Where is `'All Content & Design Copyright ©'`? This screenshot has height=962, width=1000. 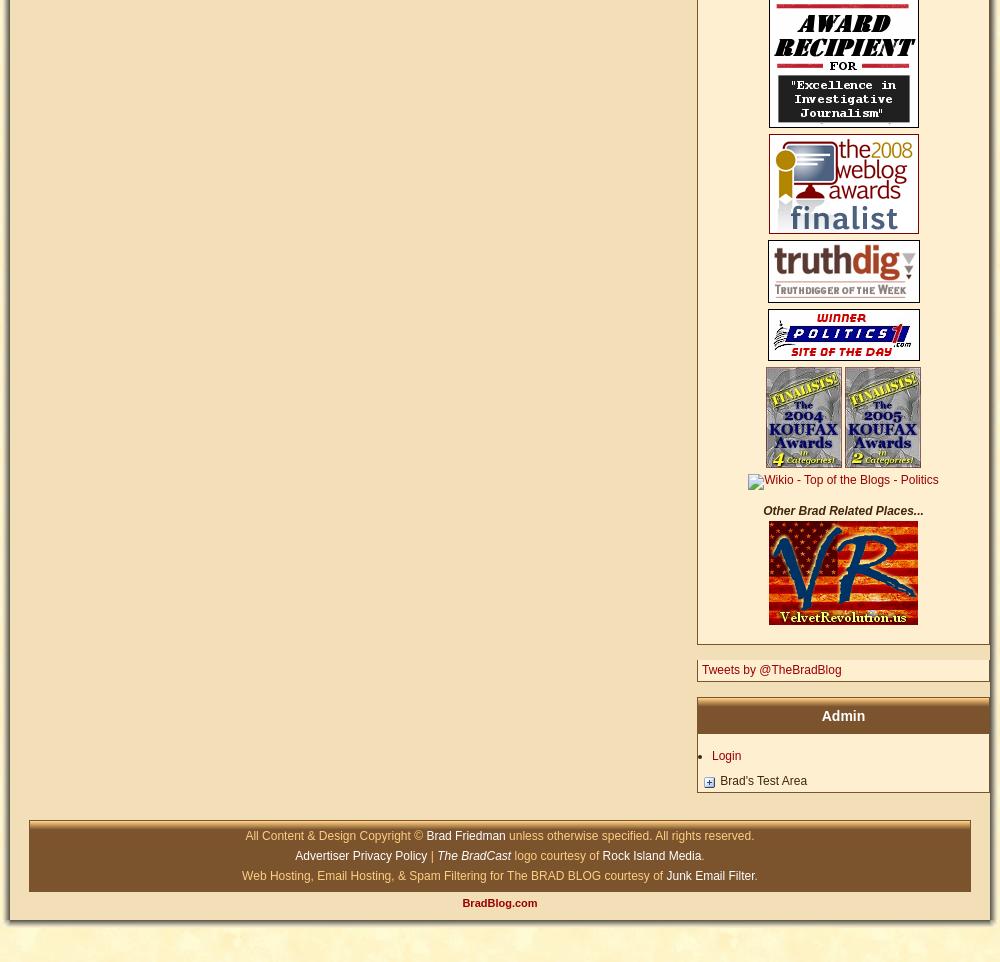
'All Content & Design Copyright ©' is located at coordinates (244, 835).